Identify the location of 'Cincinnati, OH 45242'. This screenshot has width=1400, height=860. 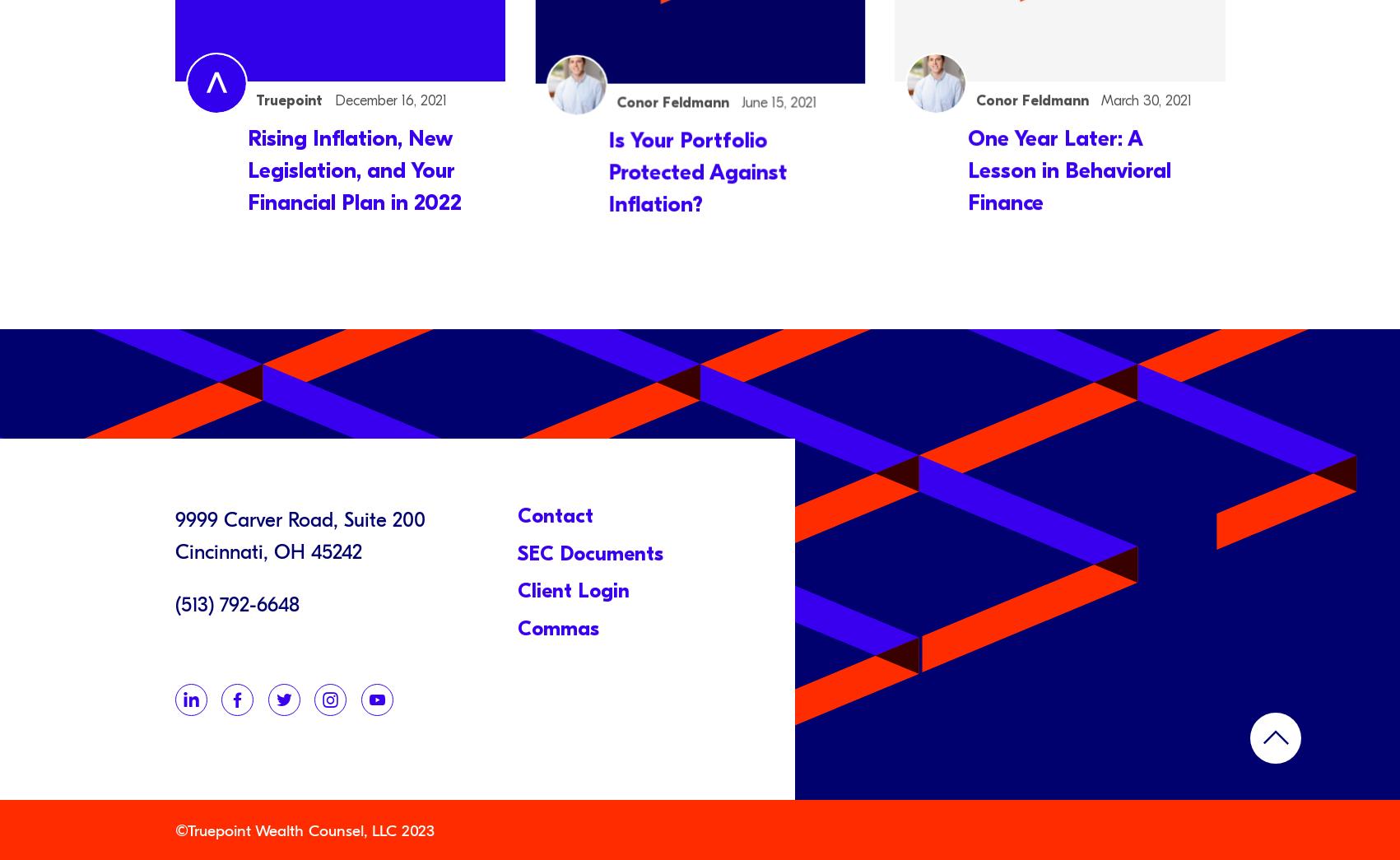
(267, 551).